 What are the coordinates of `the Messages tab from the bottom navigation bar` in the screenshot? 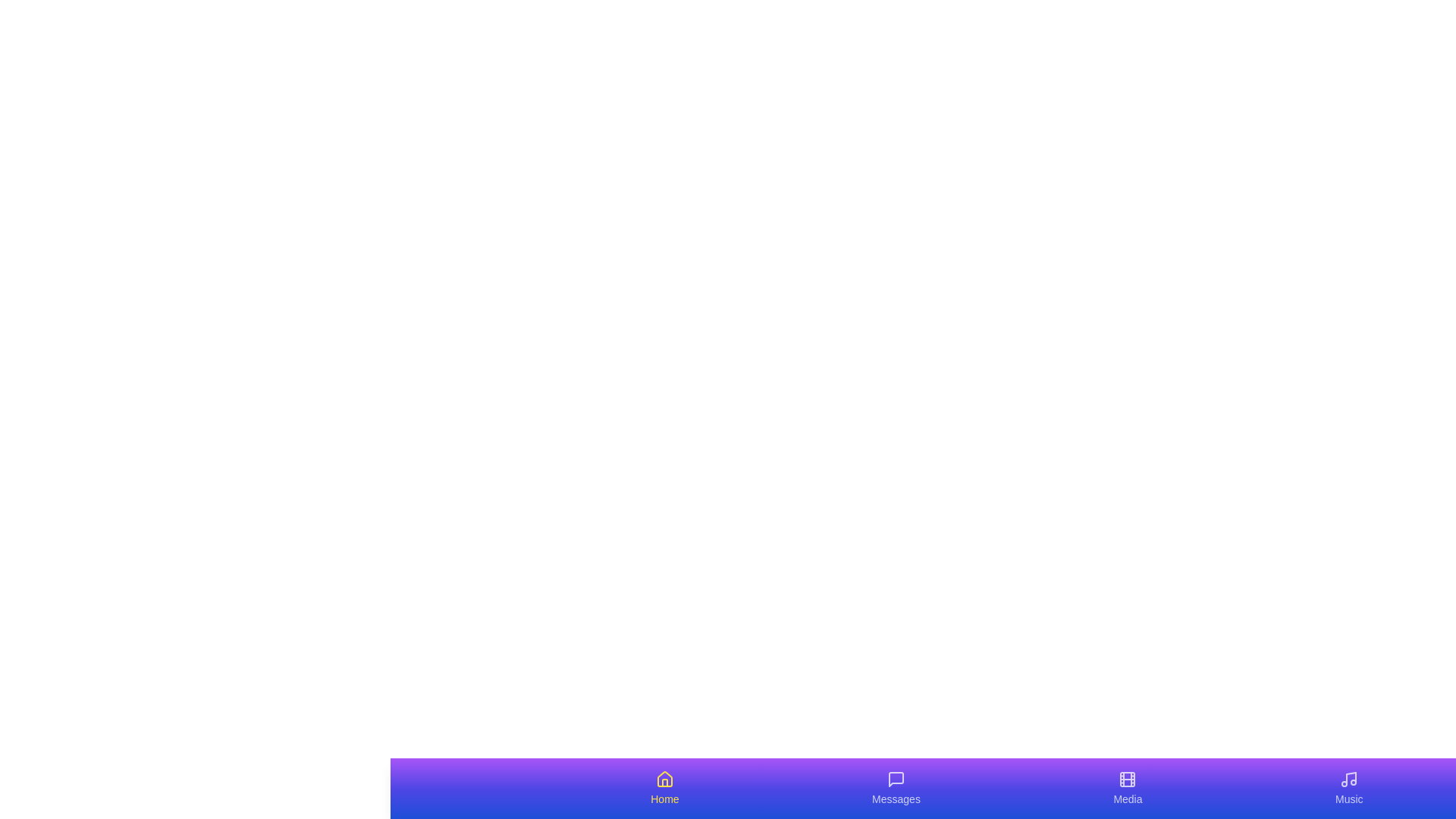 It's located at (896, 788).